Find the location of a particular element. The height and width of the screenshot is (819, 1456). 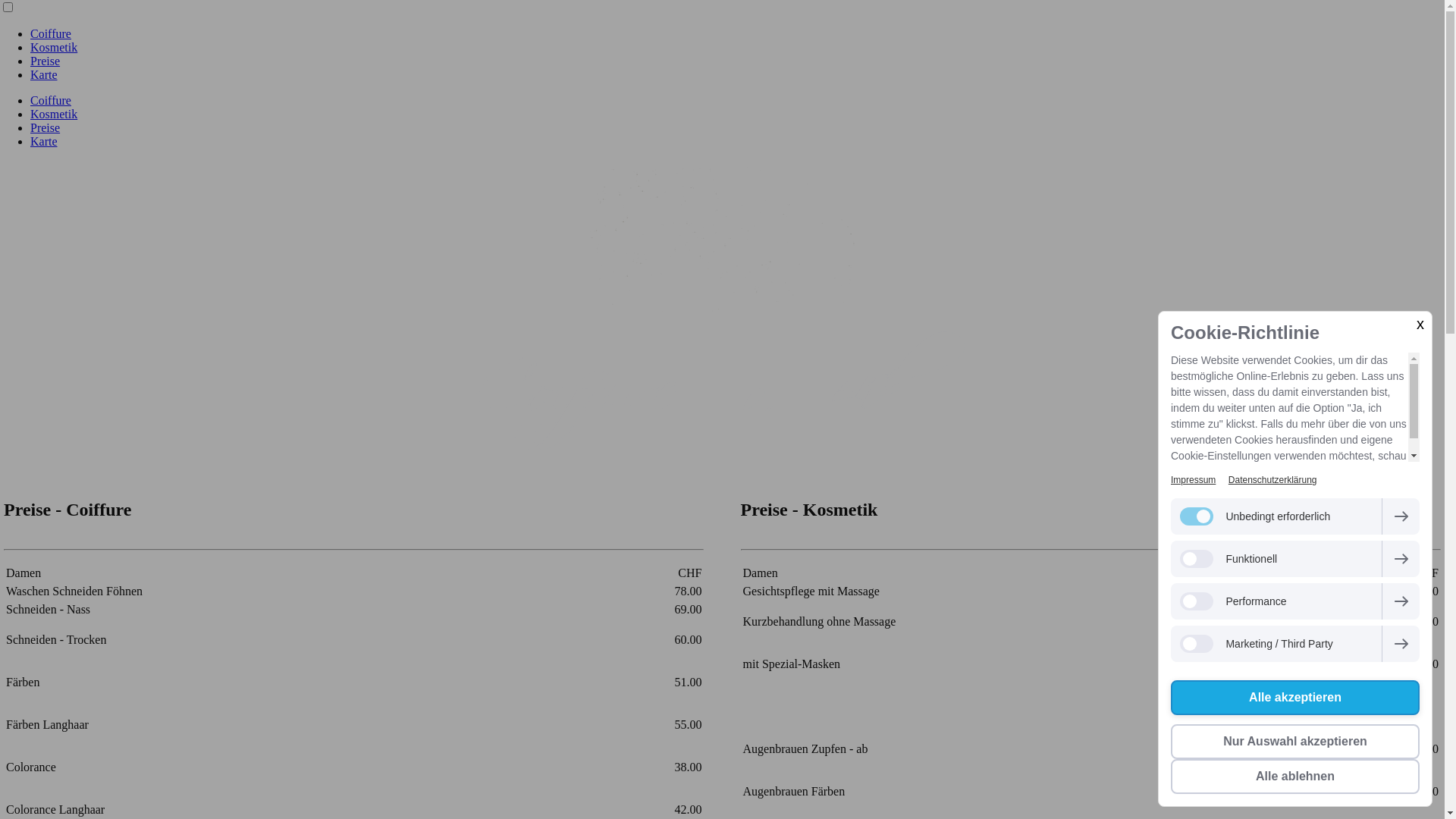

'Nur Auswahl akzeptieren' is located at coordinates (1170, 741).